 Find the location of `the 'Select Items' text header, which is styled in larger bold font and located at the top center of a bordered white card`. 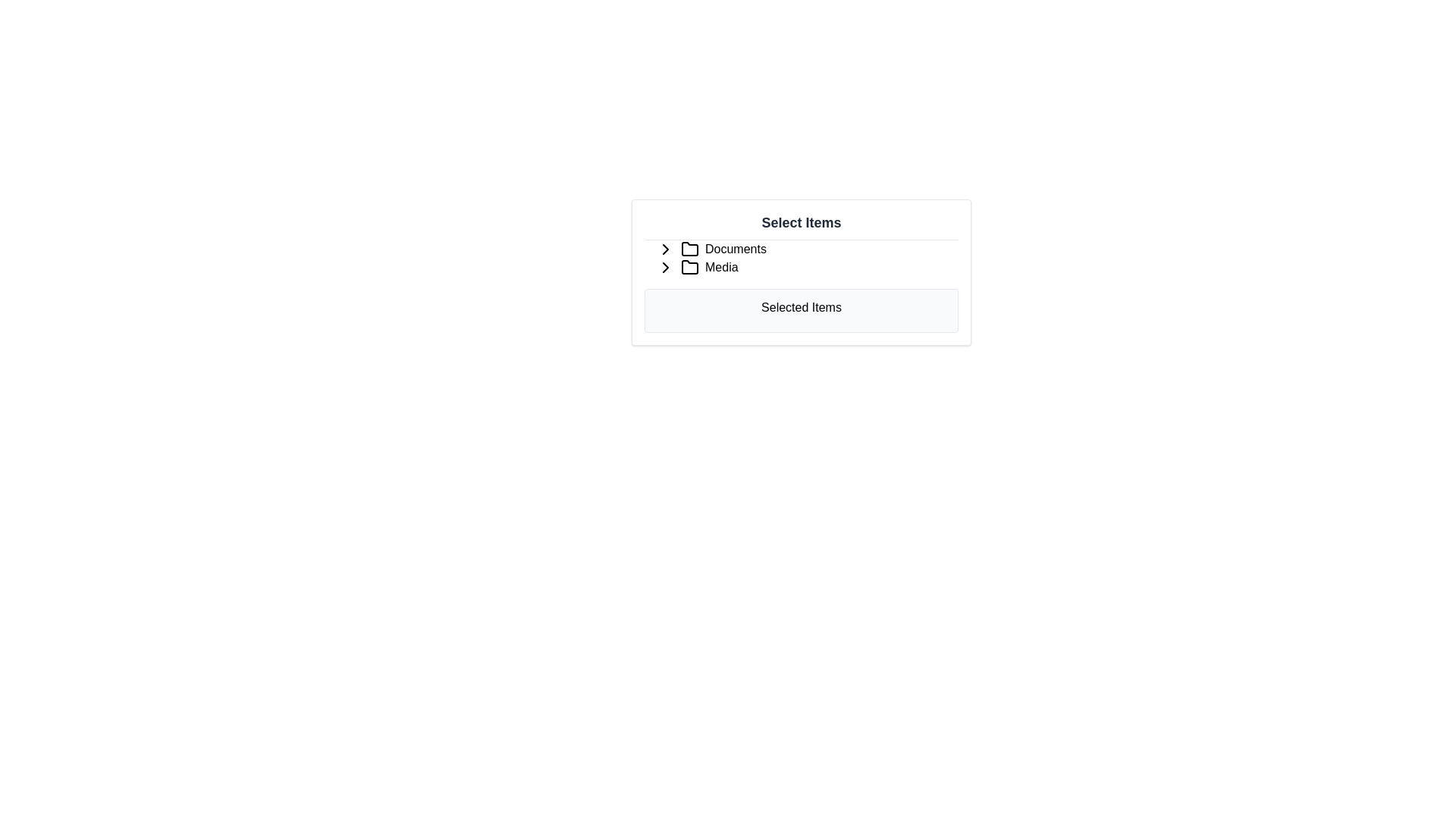

the 'Select Items' text header, which is styled in larger bold font and located at the top center of a bordered white card is located at coordinates (800, 222).